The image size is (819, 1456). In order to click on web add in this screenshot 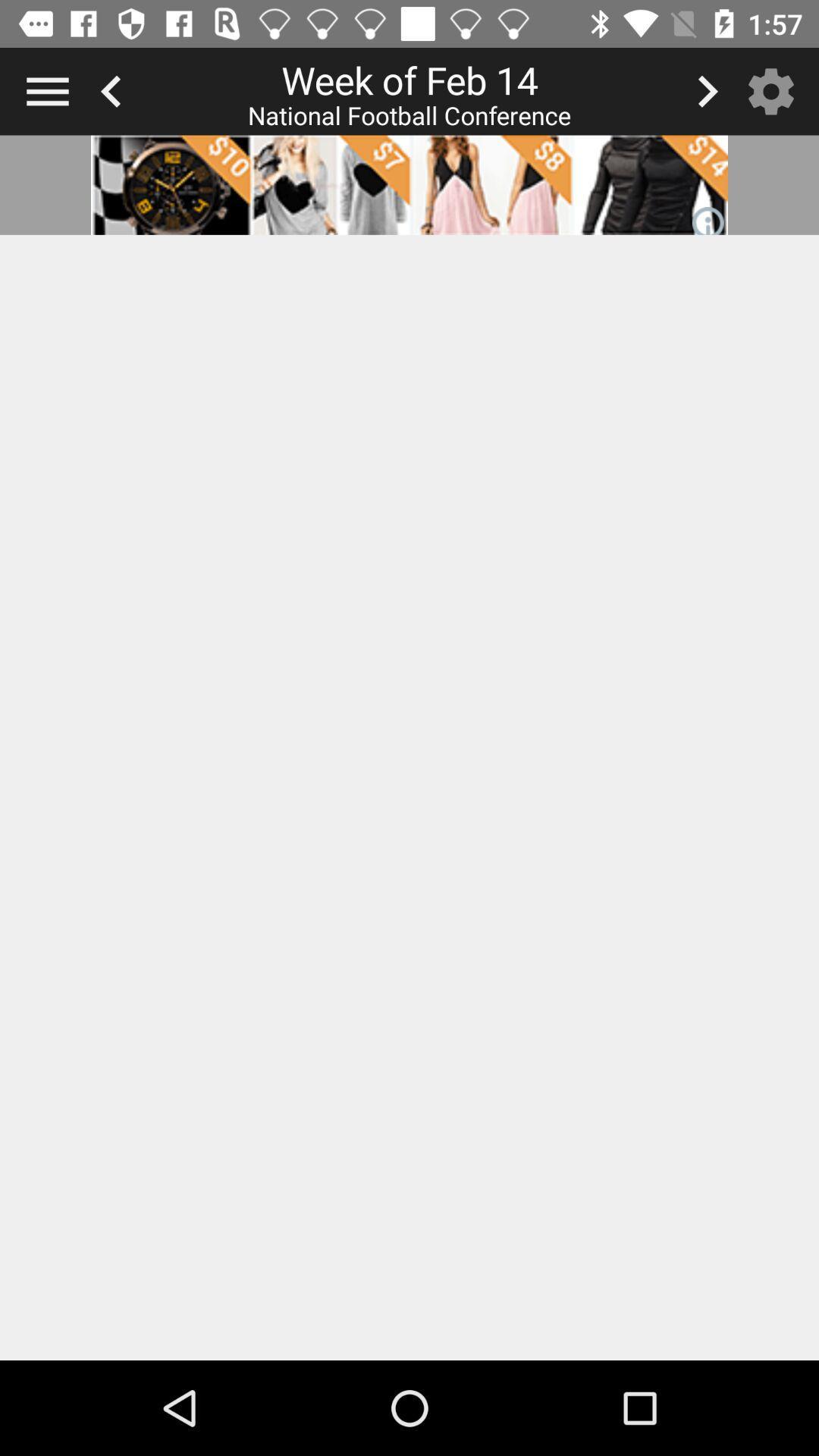, I will do `click(409, 184)`.